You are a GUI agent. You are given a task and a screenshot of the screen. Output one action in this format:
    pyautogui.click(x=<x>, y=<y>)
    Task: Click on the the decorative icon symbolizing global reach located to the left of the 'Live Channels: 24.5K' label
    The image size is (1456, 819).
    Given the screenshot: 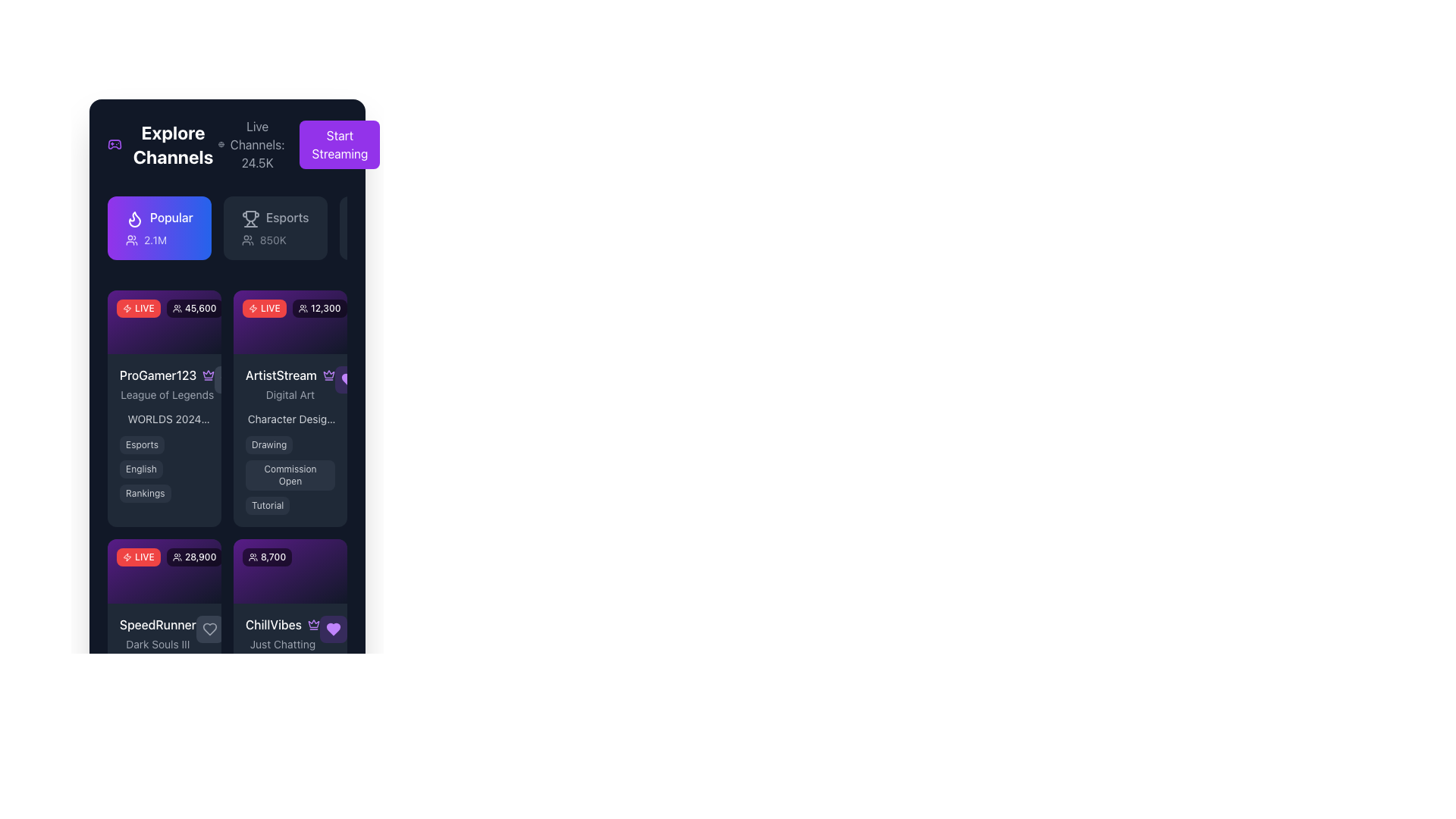 What is the action you would take?
    pyautogui.click(x=220, y=145)
    